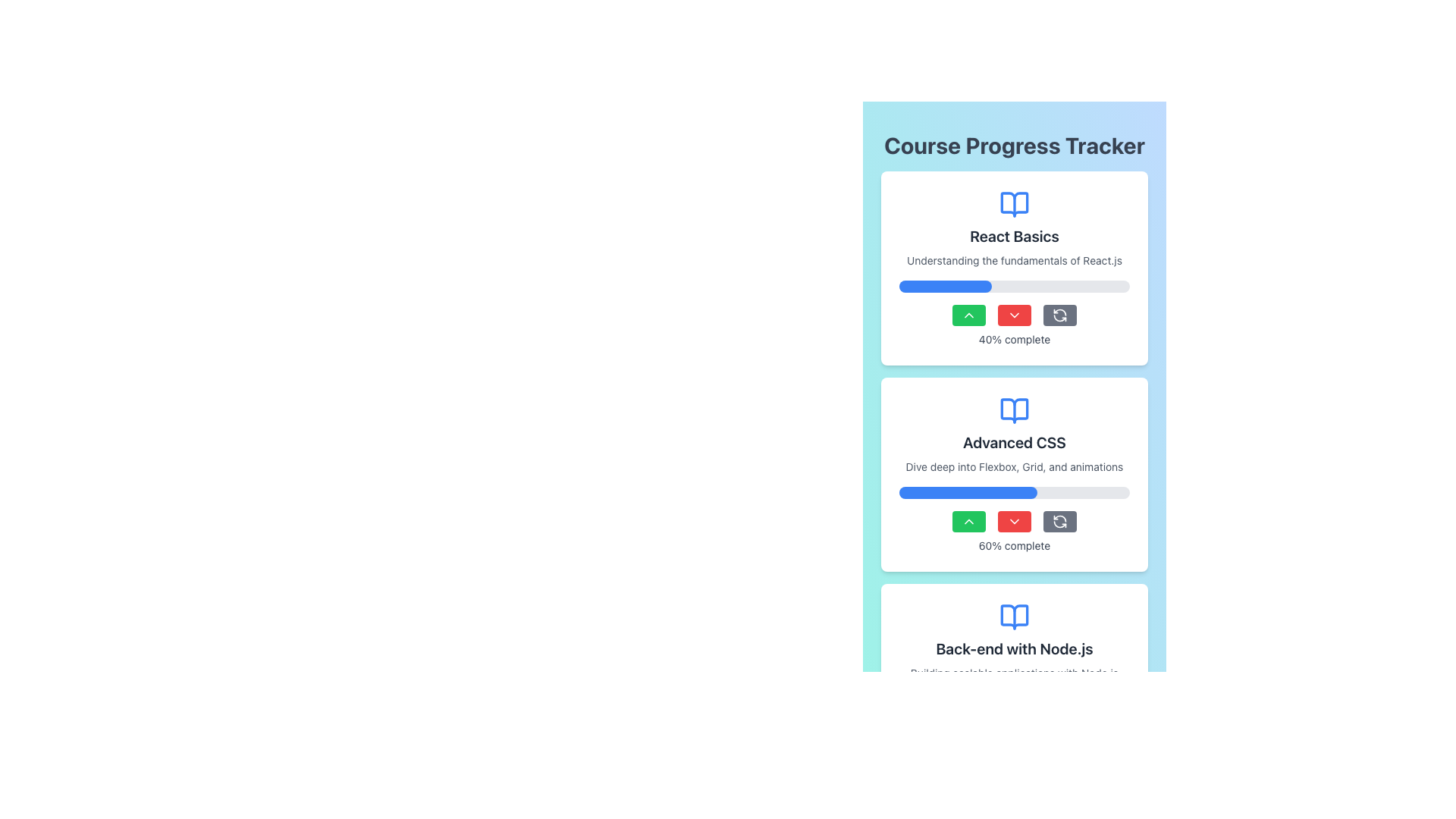 The image size is (1456, 819). Describe the element at coordinates (1015, 315) in the screenshot. I see `the small red downward chevron button located in the upper-right corner of the 'React Basics' card` at that location.